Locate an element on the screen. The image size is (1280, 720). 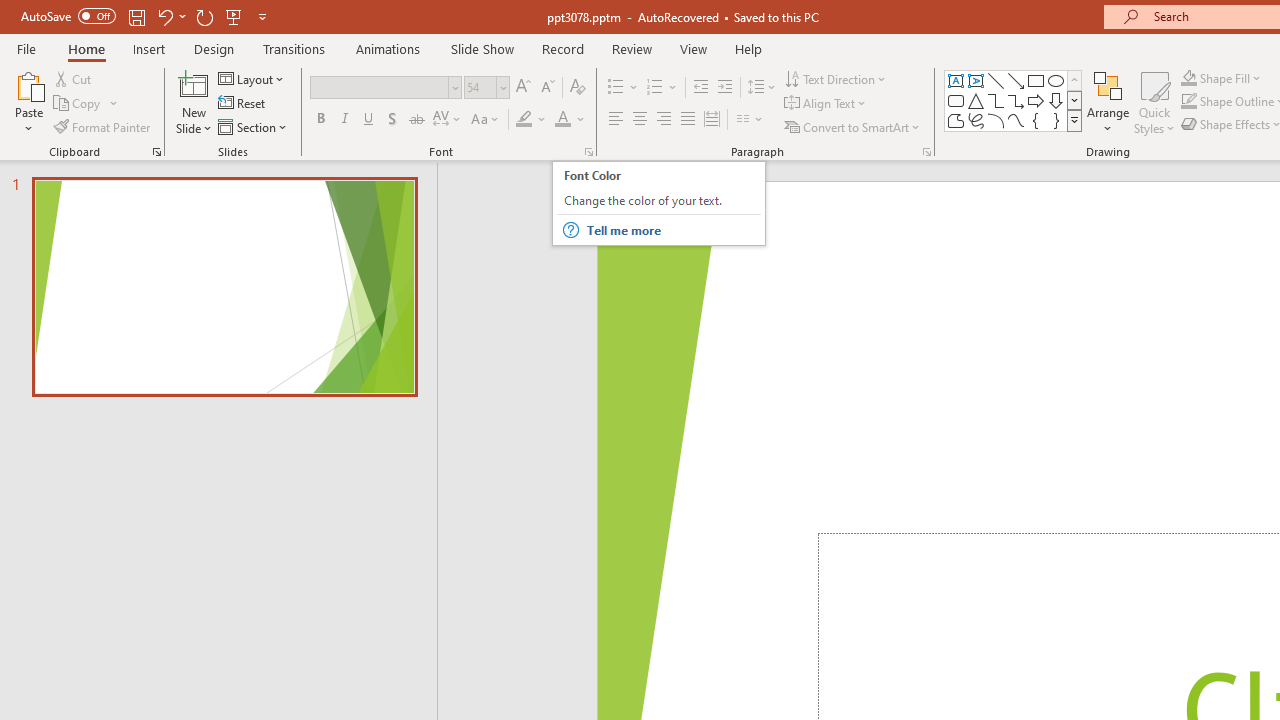
'Row up' is located at coordinates (1073, 79).